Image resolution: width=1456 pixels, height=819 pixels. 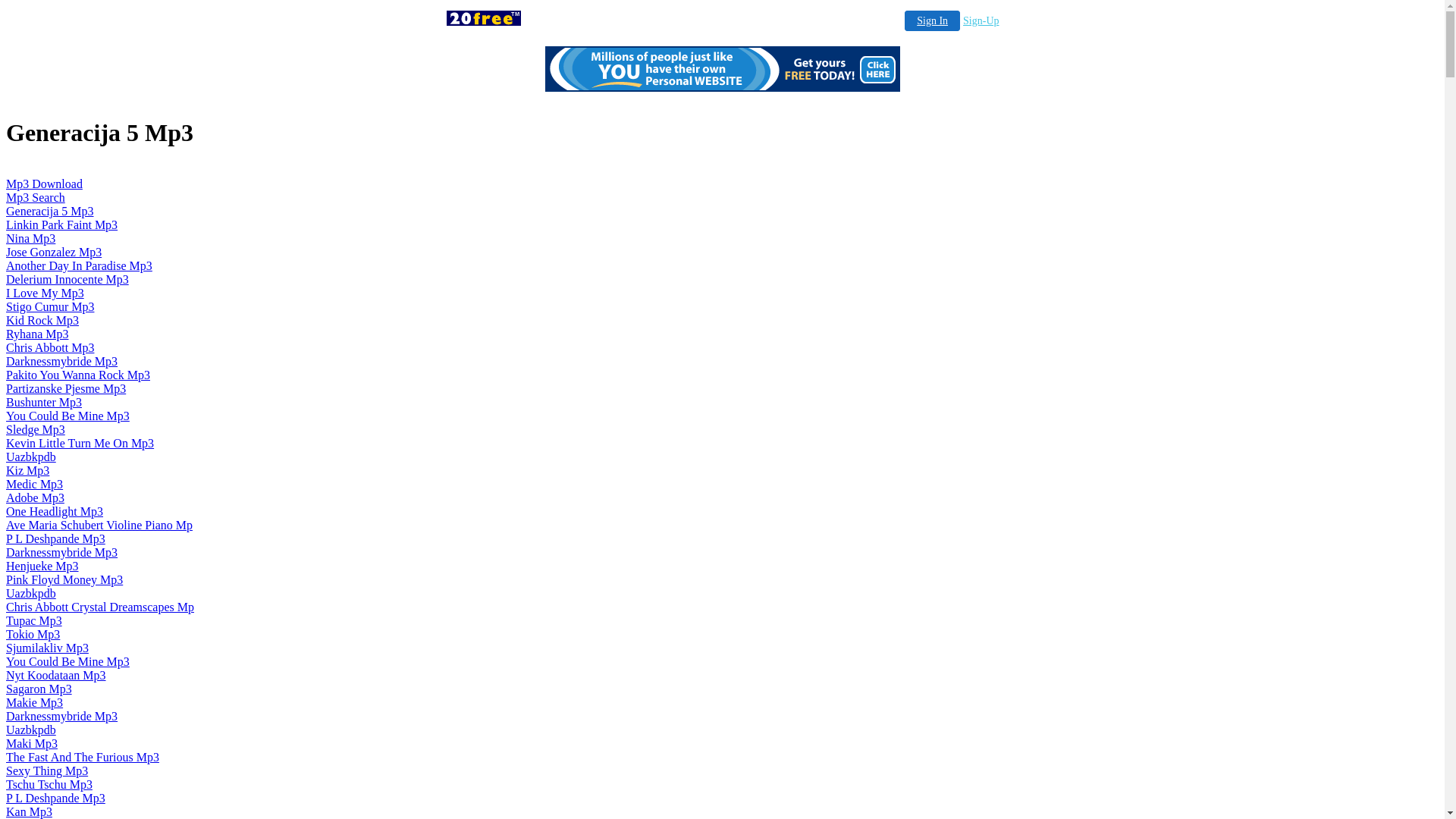 I want to click on 'Pakito You Wanna Rock Mp3', so click(x=77, y=375).